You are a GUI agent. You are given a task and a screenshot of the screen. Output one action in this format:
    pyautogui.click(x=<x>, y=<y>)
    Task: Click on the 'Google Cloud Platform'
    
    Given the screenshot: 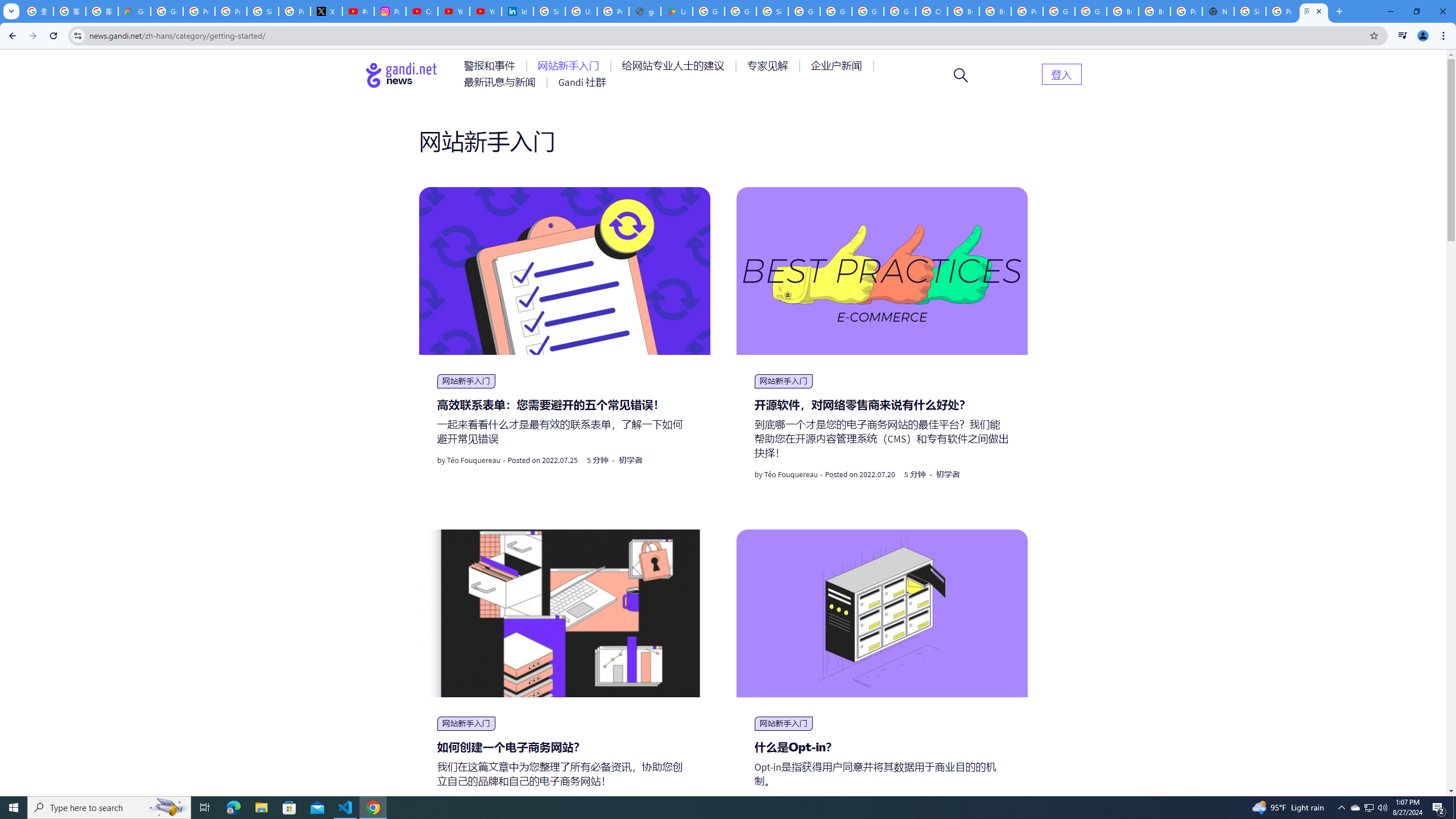 What is the action you would take?
    pyautogui.click(x=1090, y=11)
    